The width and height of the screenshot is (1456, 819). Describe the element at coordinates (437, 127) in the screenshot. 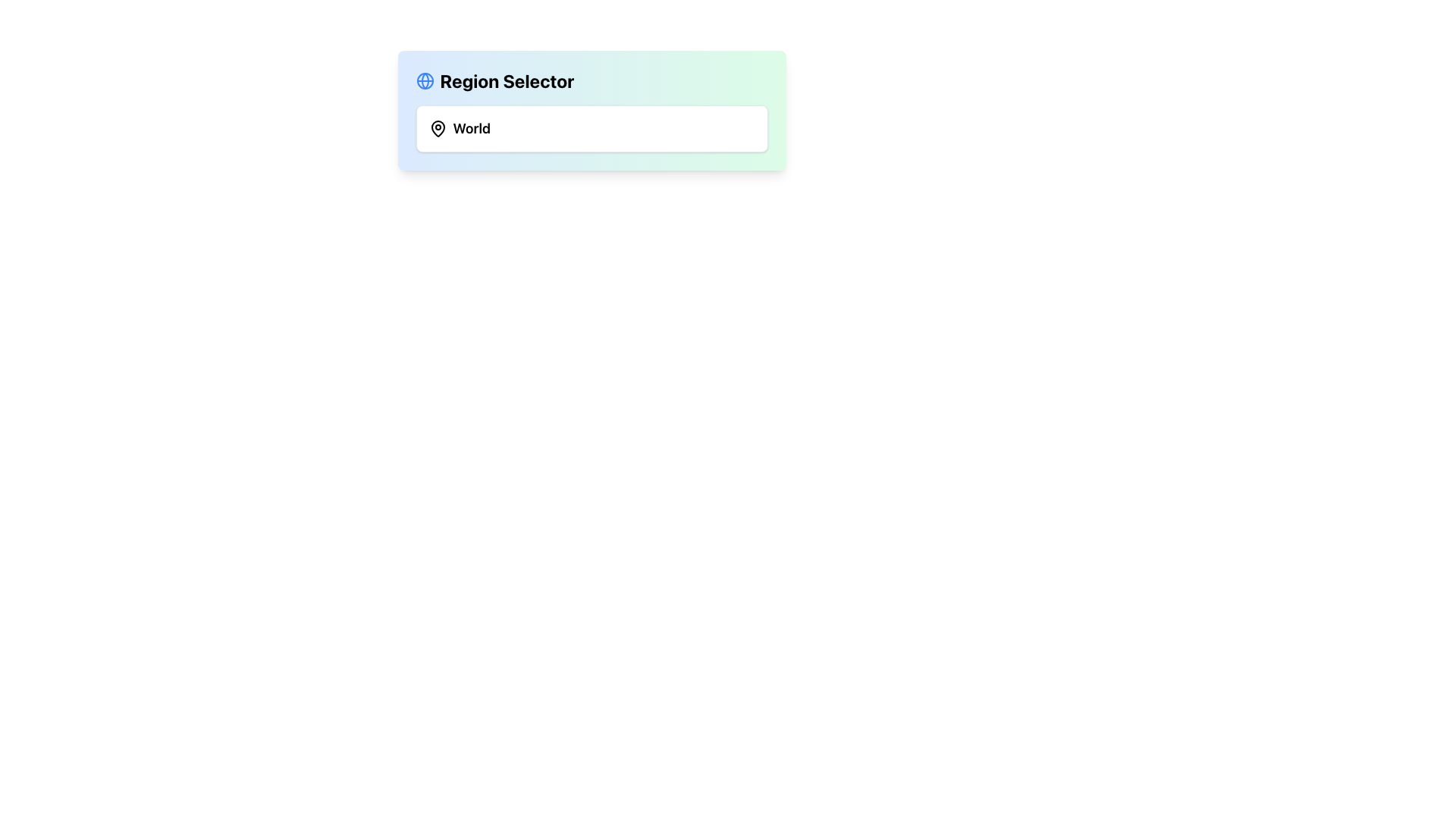

I see `the pin icon located to the left of the text 'World' within the 'Region Selector' card` at that location.